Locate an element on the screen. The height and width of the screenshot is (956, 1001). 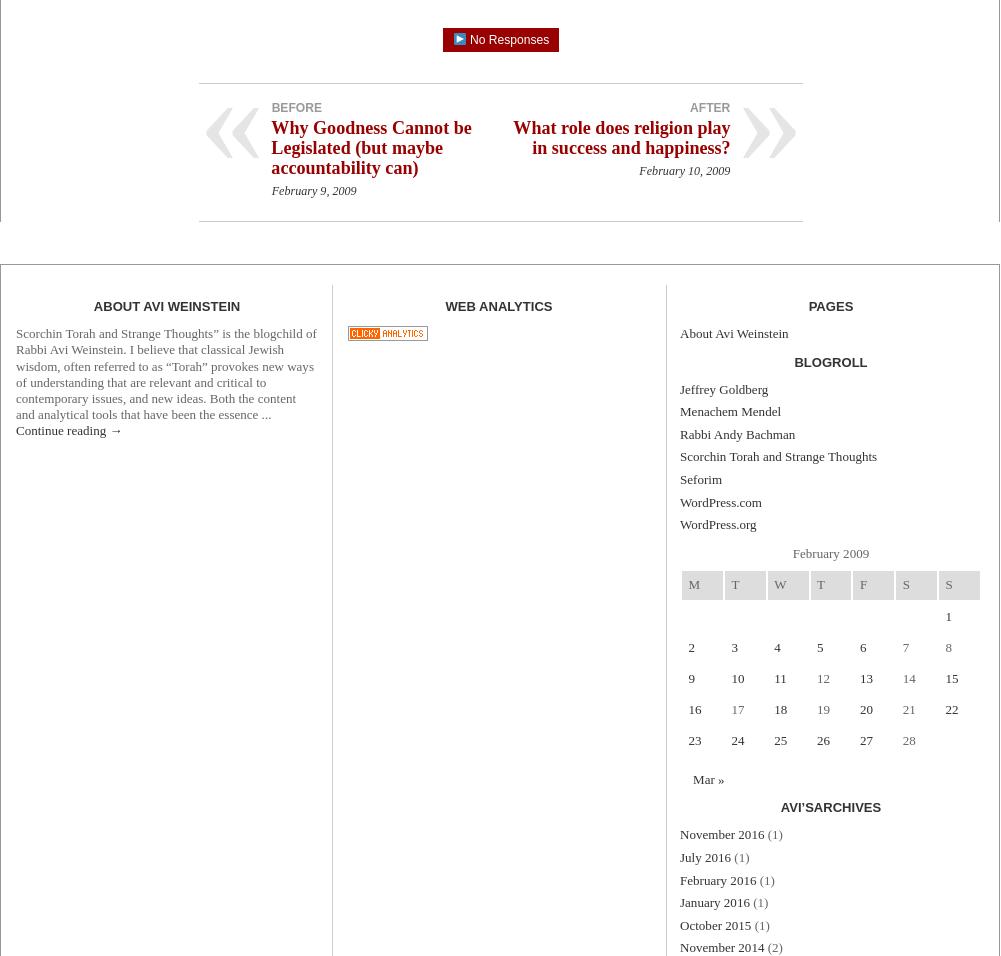
'October 2015' is located at coordinates (715, 924).